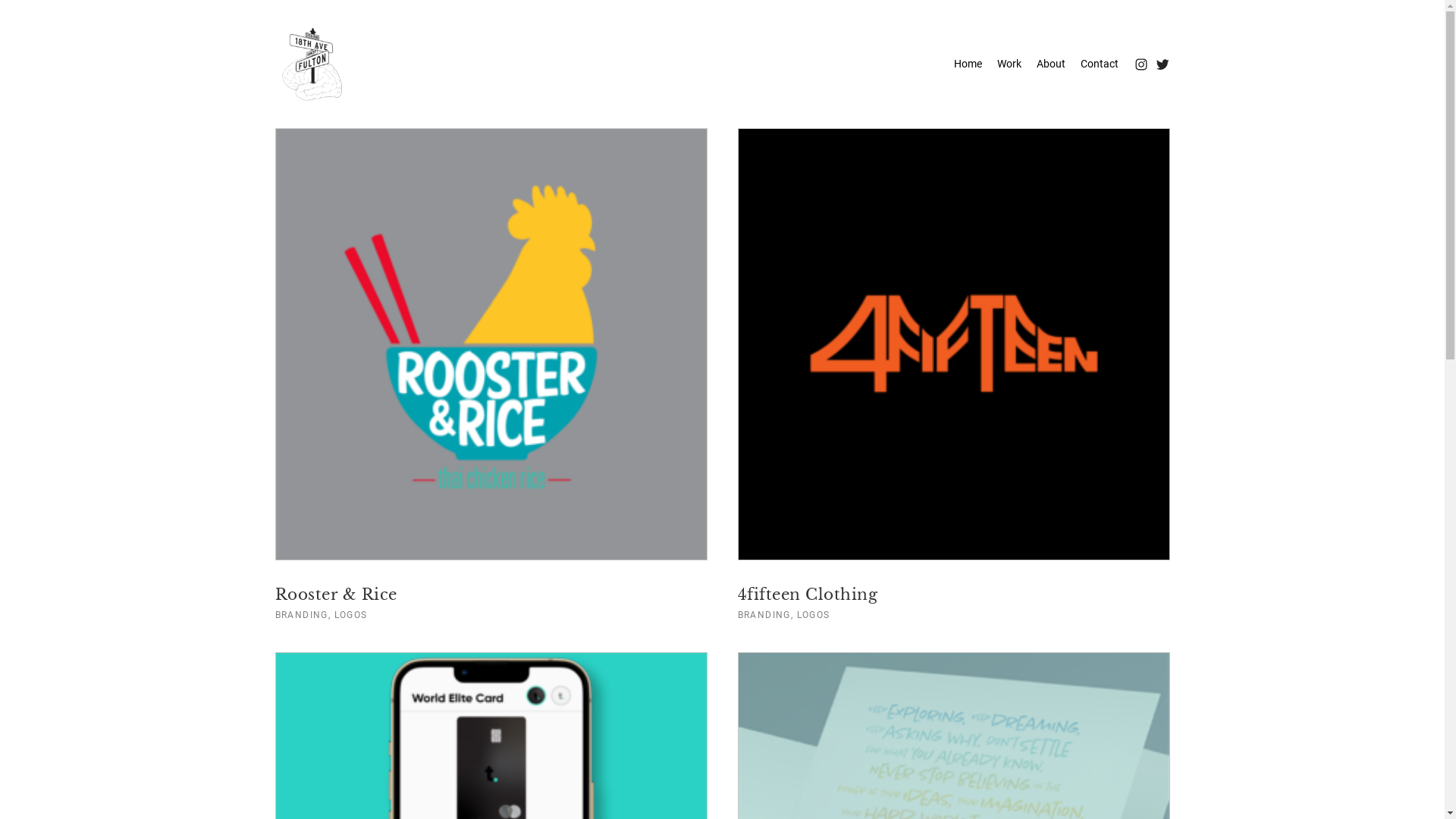 This screenshot has width=1456, height=819. Describe the element at coordinates (274, 593) in the screenshot. I see `'Rooster & Rice'` at that location.